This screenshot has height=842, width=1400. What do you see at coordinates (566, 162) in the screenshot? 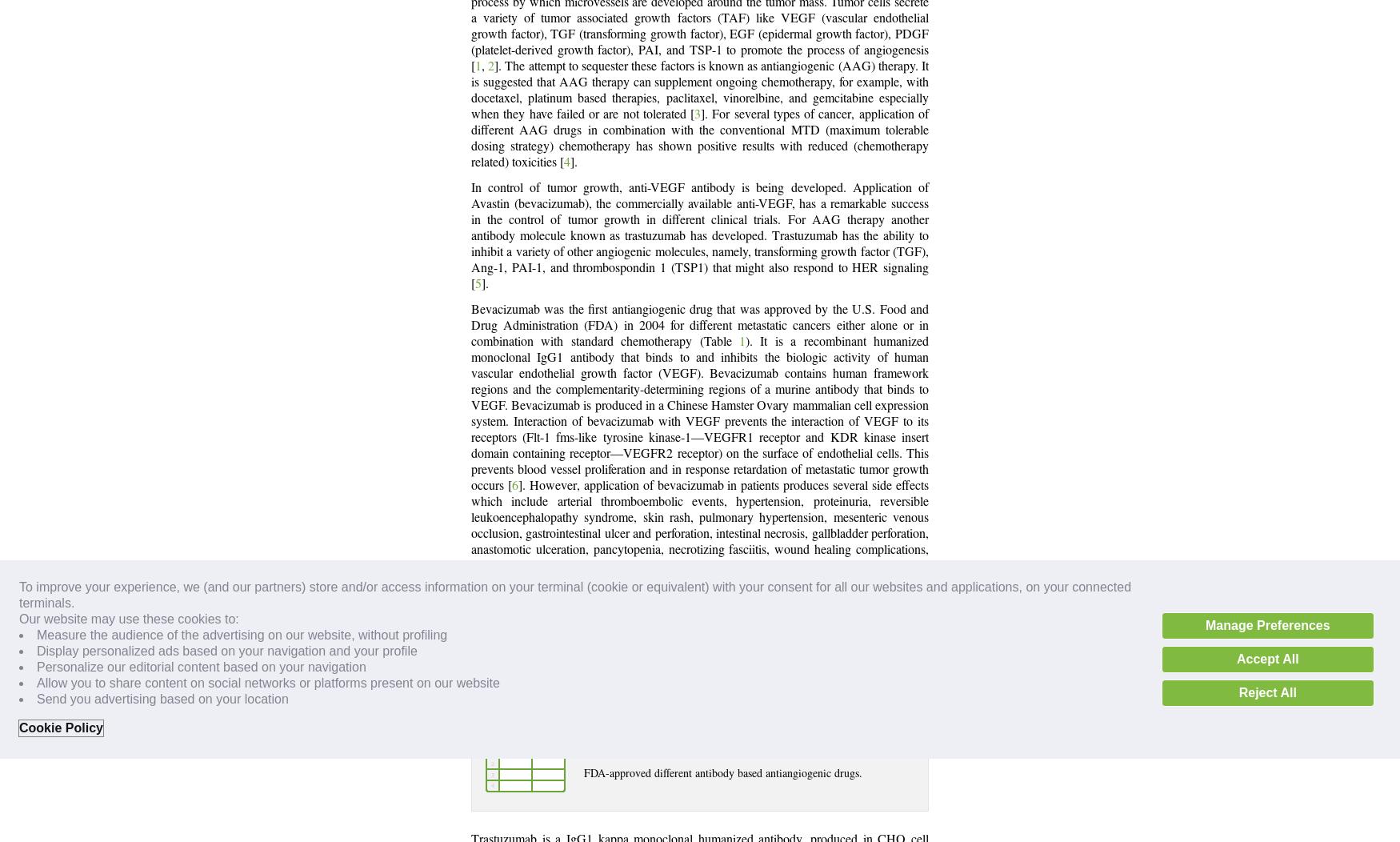
I see `'4'` at bounding box center [566, 162].